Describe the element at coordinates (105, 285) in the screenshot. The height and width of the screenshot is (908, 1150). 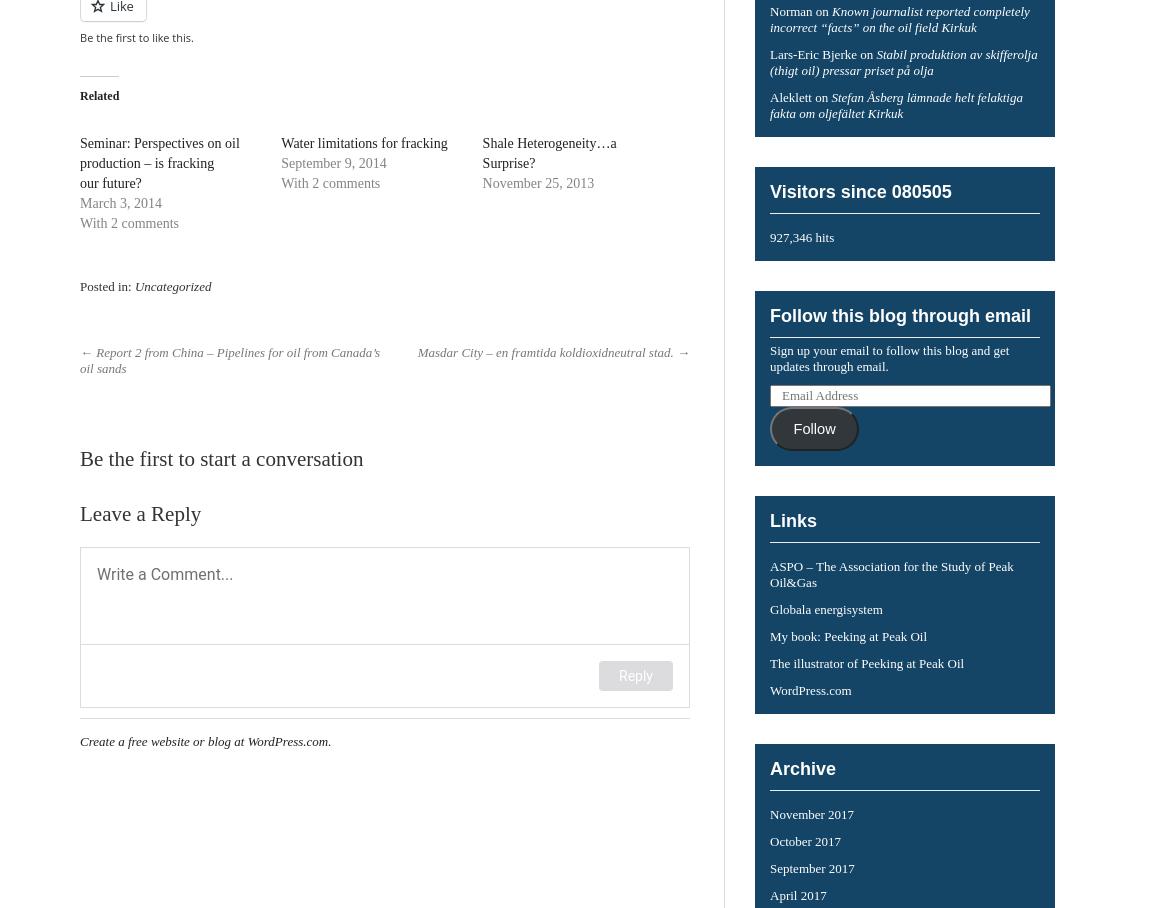
I see `'Posted in:'` at that location.